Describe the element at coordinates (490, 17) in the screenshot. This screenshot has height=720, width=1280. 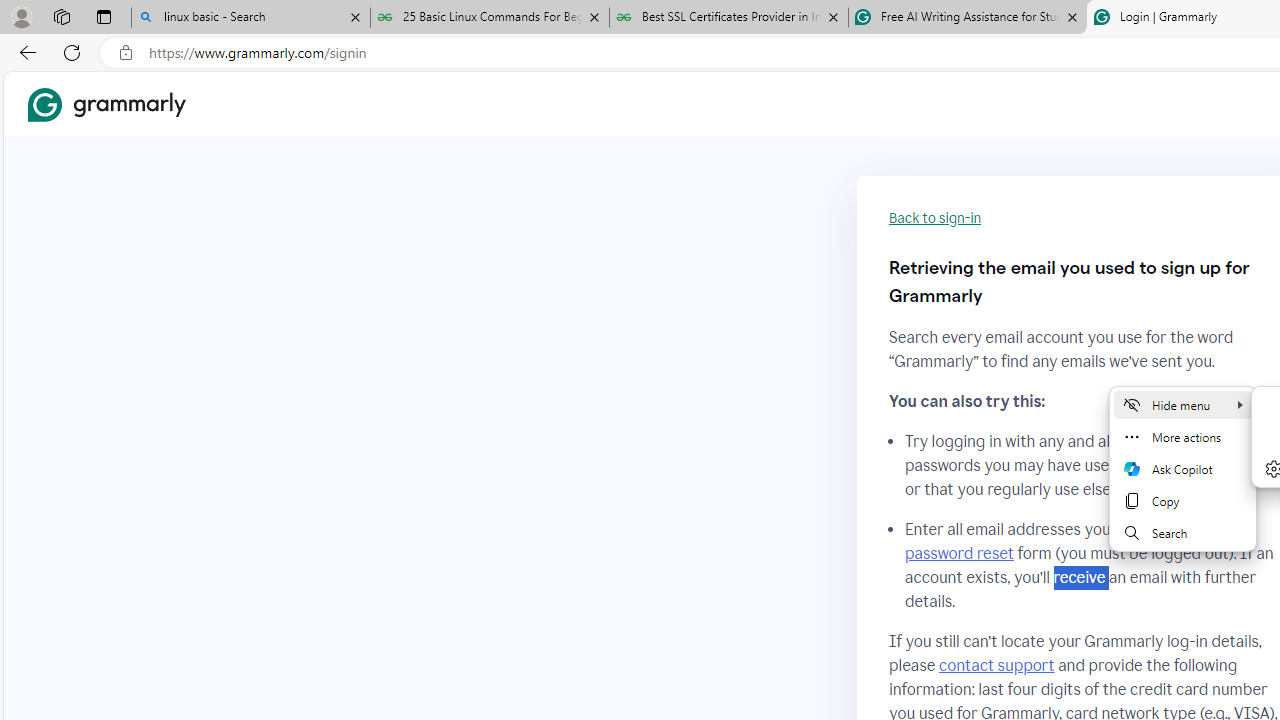
I see `'25 Basic Linux Commands For Beginners - GeeksforGeeks'` at that location.